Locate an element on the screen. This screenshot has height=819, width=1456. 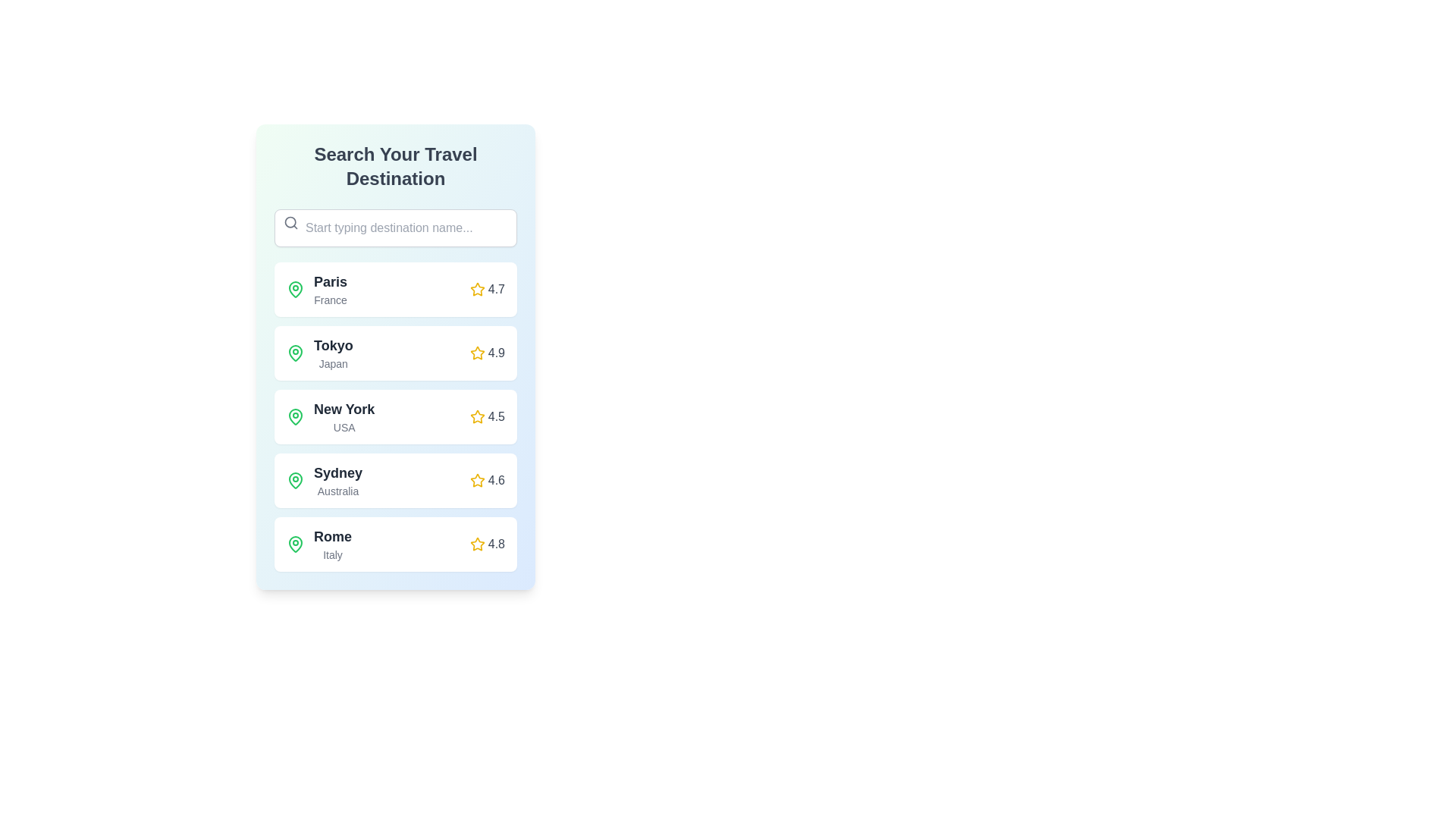
the numeric rating display of '4.8' in dark gray color, located in the rating section of the last card labeled 'Rome' in the travel destination listing is located at coordinates (487, 543).